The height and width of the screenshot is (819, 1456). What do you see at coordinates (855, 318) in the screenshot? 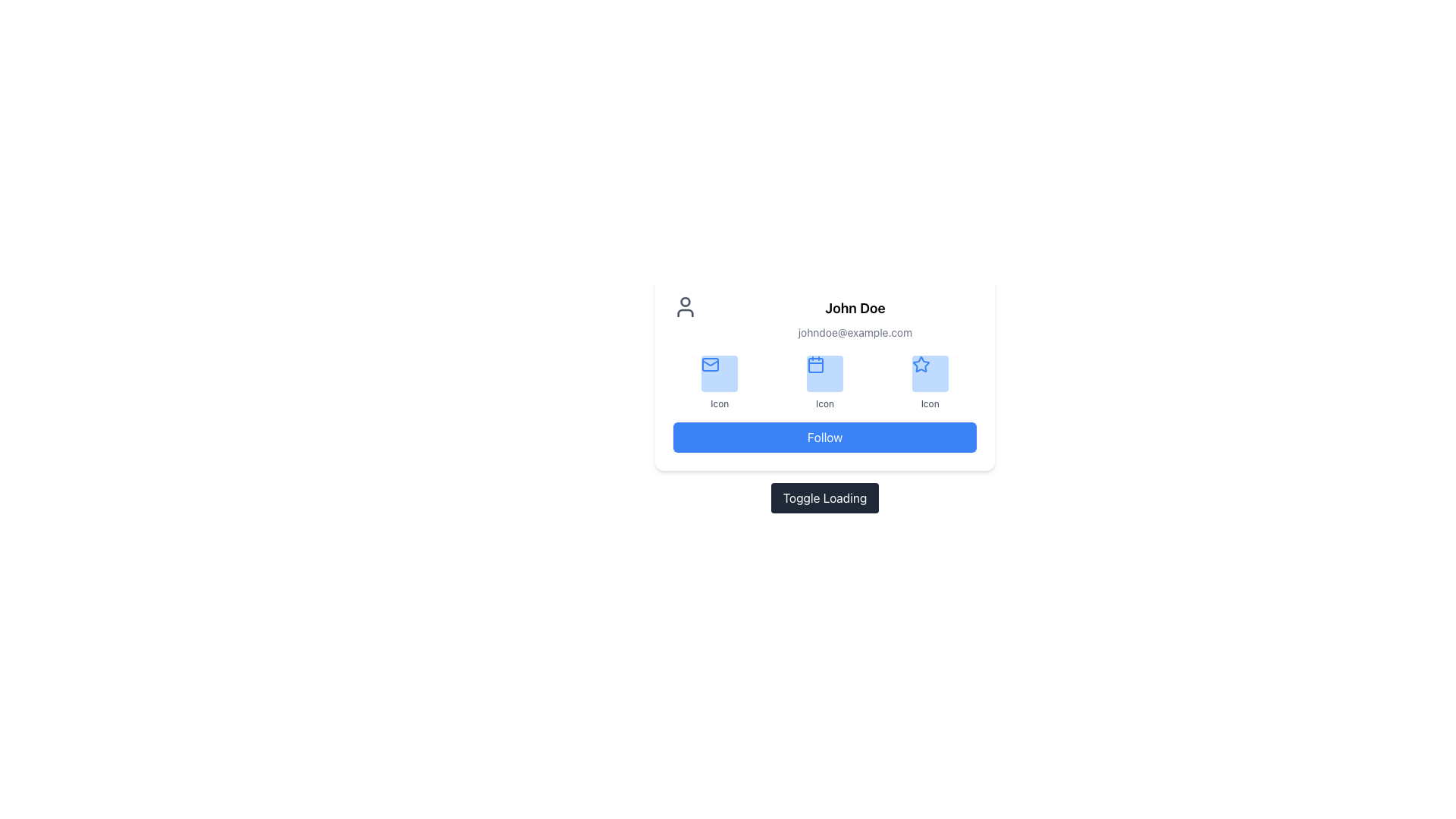
I see `the Text block displaying the user's name 'John Doe' and email 'johndoe@example.com', located in the user profile layout` at bounding box center [855, 318].